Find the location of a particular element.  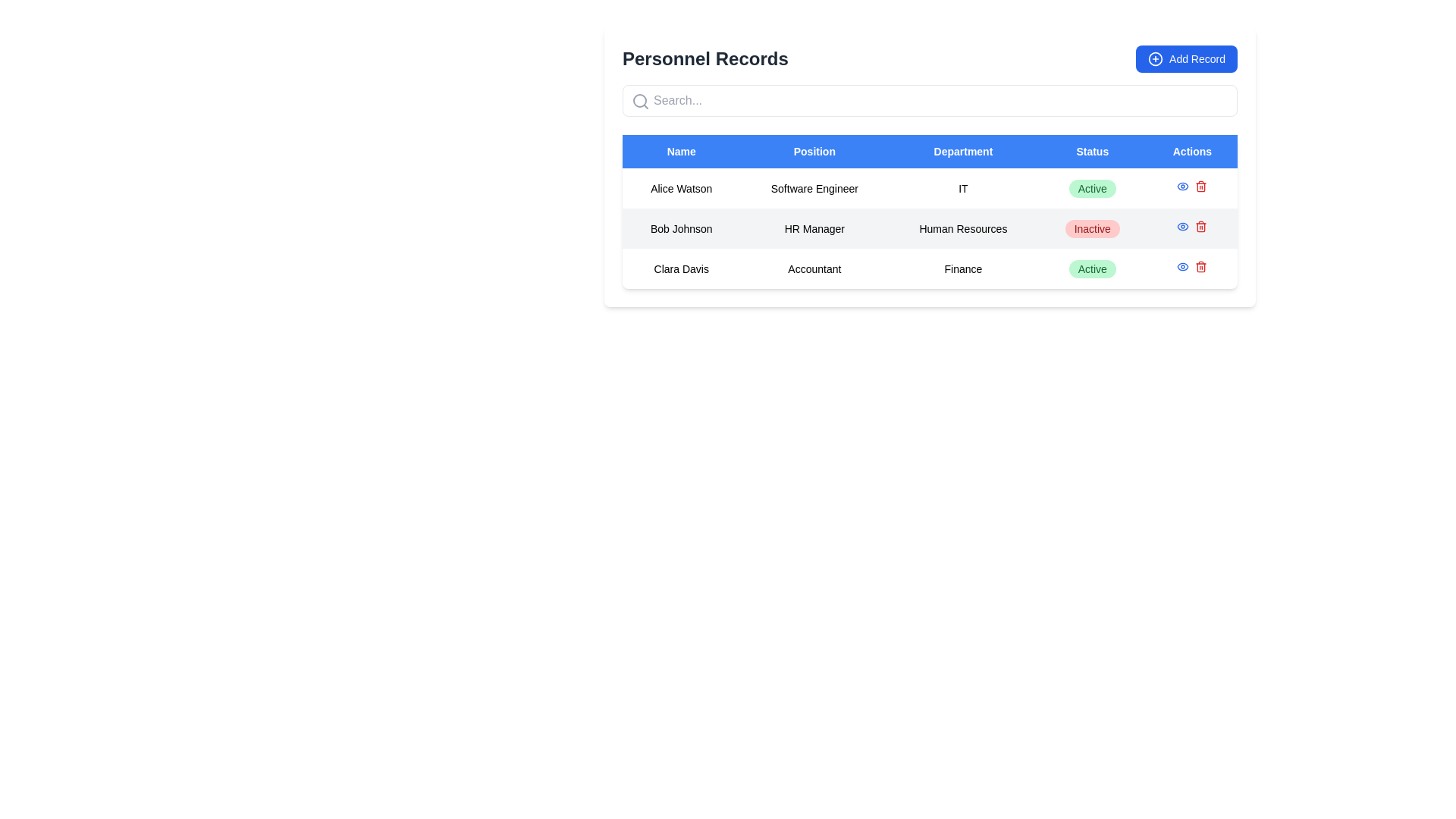

the button located in the top-right section of the interface's header area, adjacent to the title 'Personnel Records' is located at coordinates (1185, 58).